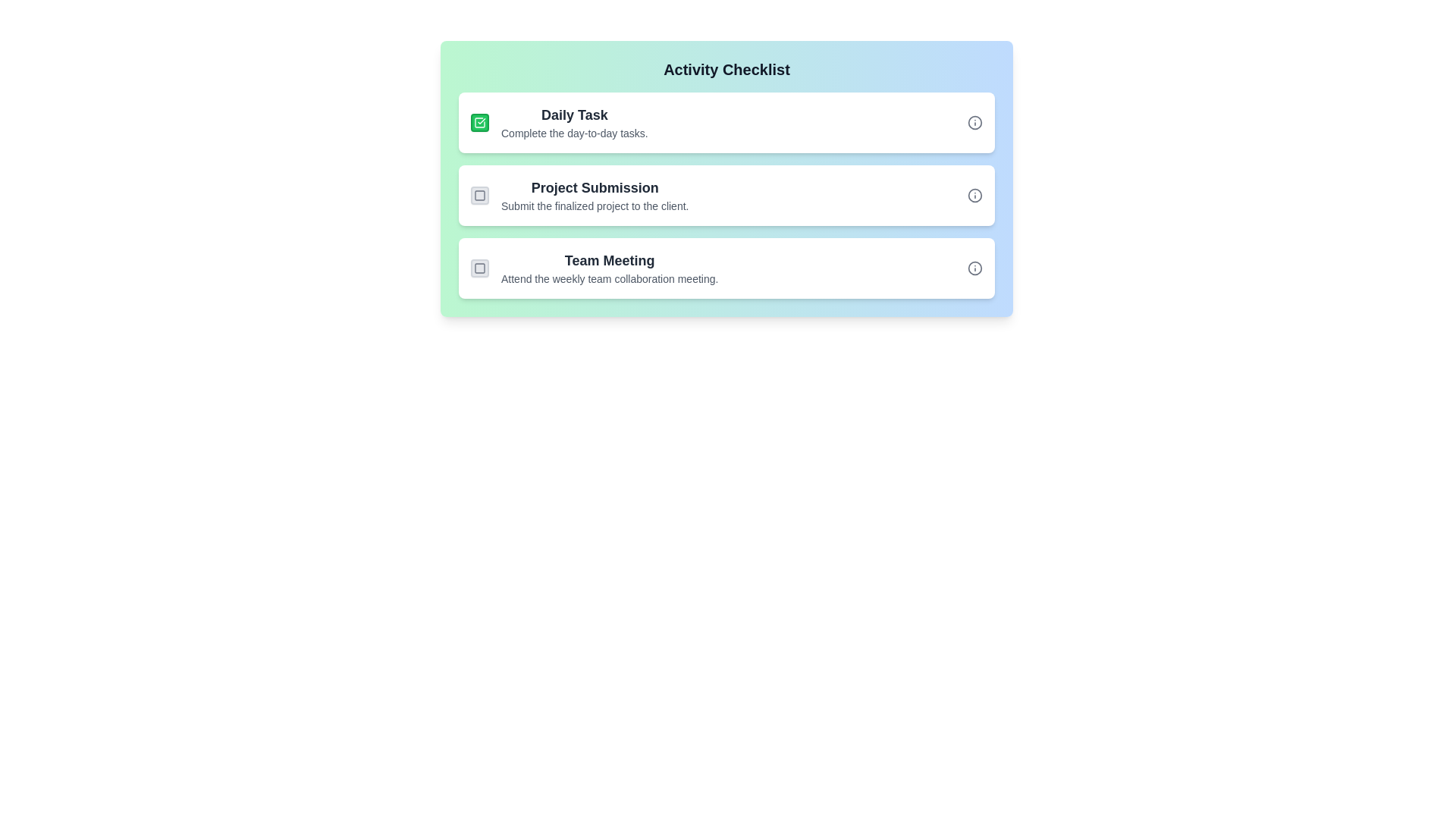 Image resolution: width=1456 pixels, height=819 pixels. Describe the element at coordinates (479, 122) in the screenshot. I see `the checkbox with a green background and a white border, located to the left of the 'Daily Task' label` at that location.